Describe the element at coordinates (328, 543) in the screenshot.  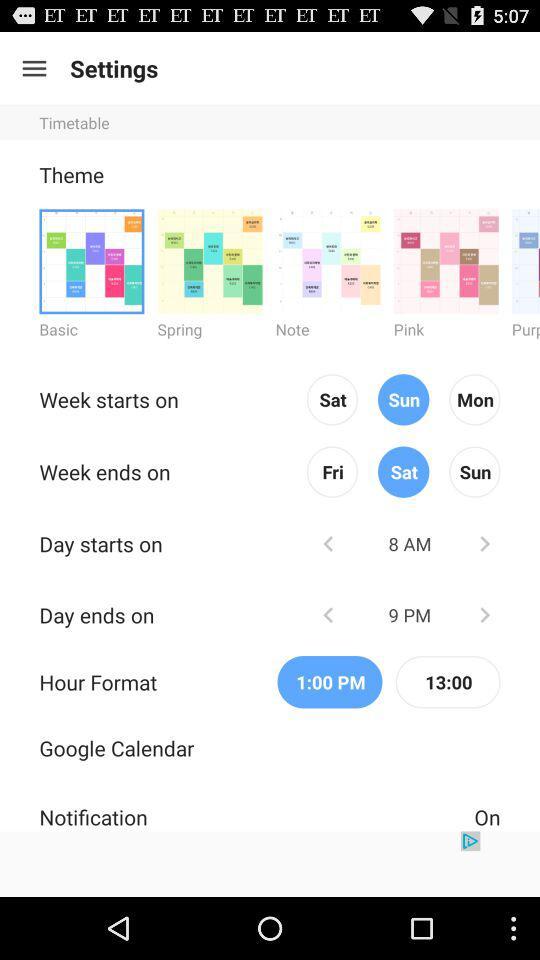
I see `previous` at that location.